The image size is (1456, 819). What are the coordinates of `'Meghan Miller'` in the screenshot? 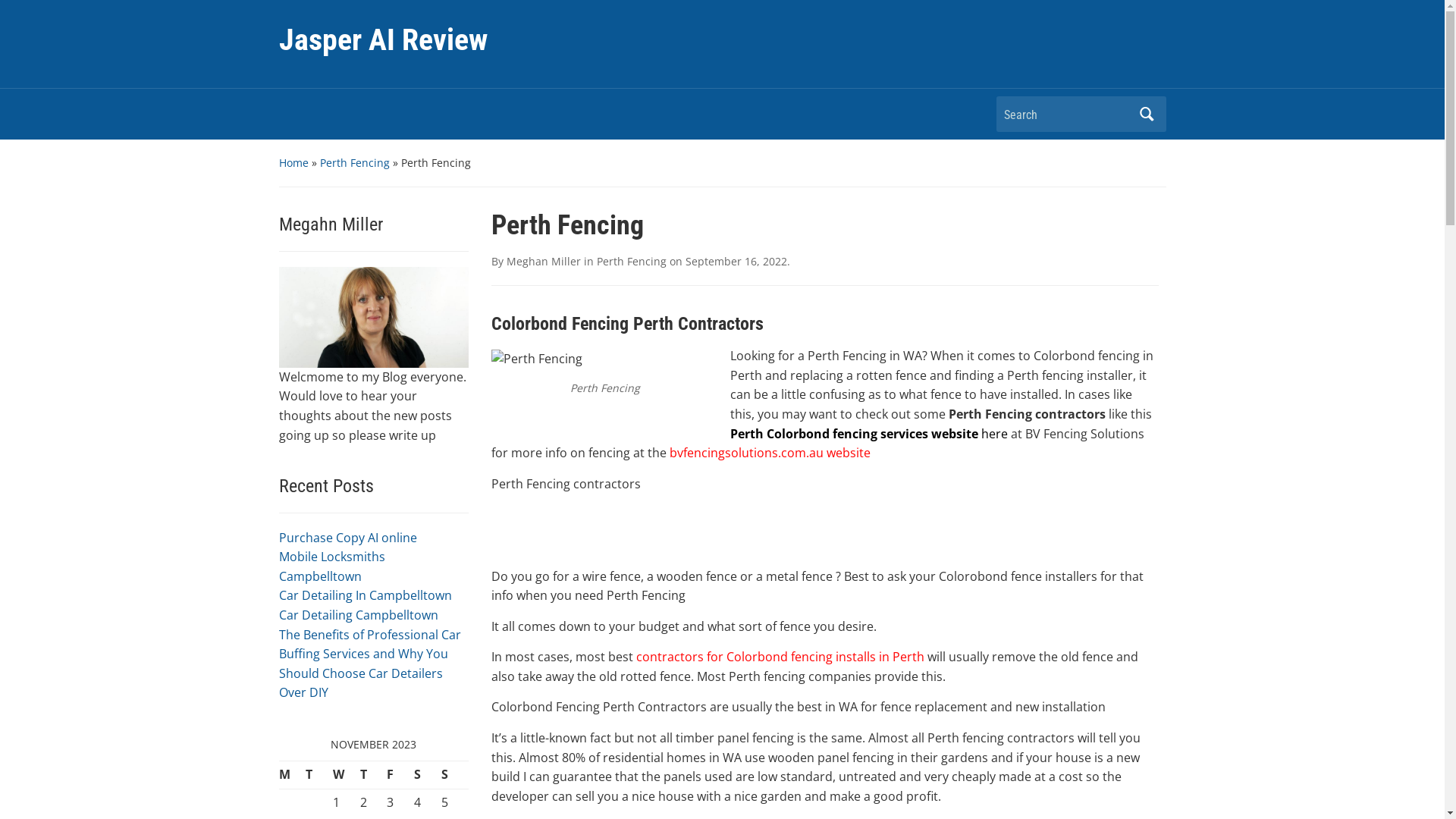 It's located at (543, 260).